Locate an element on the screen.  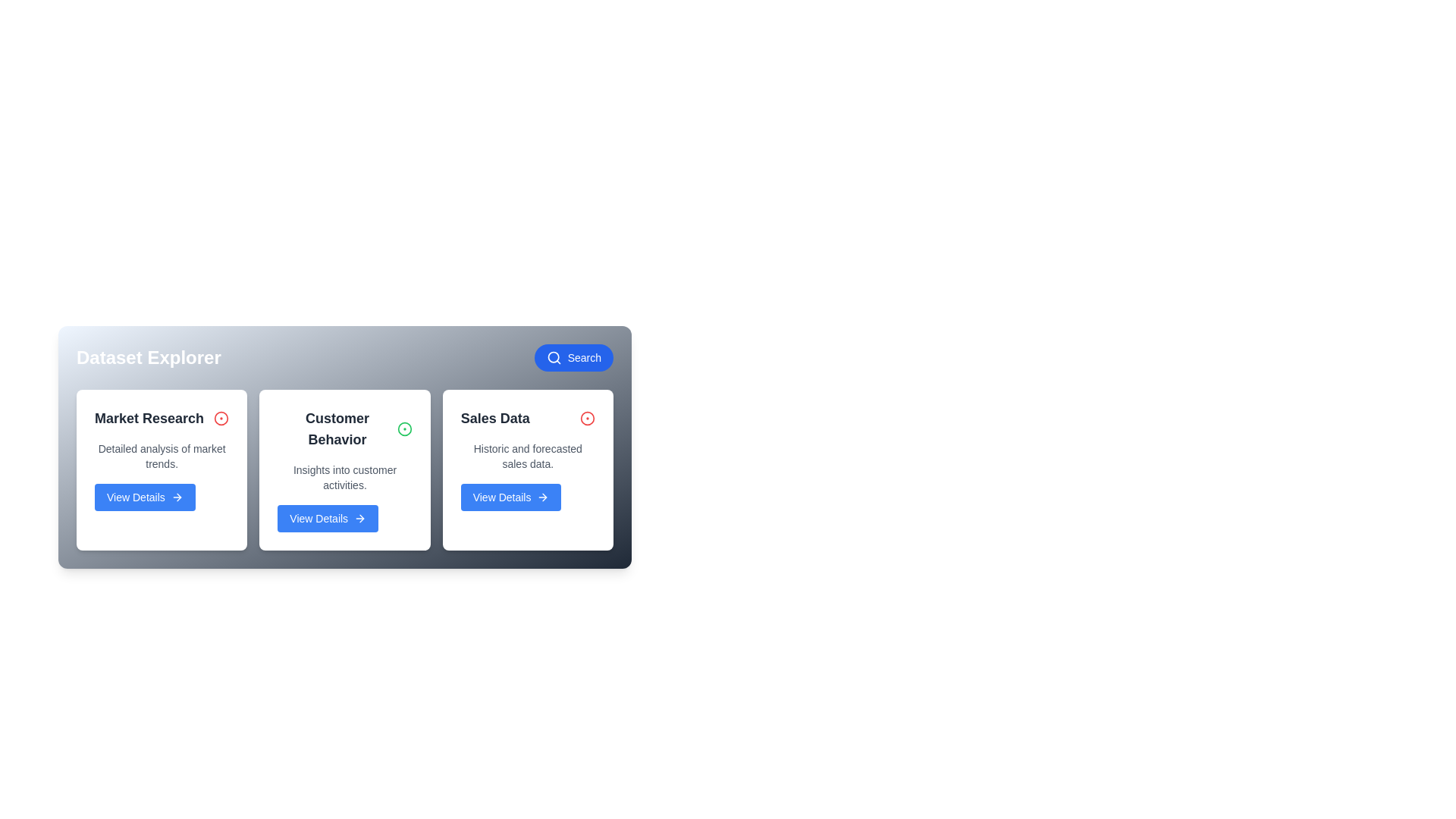
the 'View Details' button for the dataset named Customer Behavior is located at coordinates (327, 517).